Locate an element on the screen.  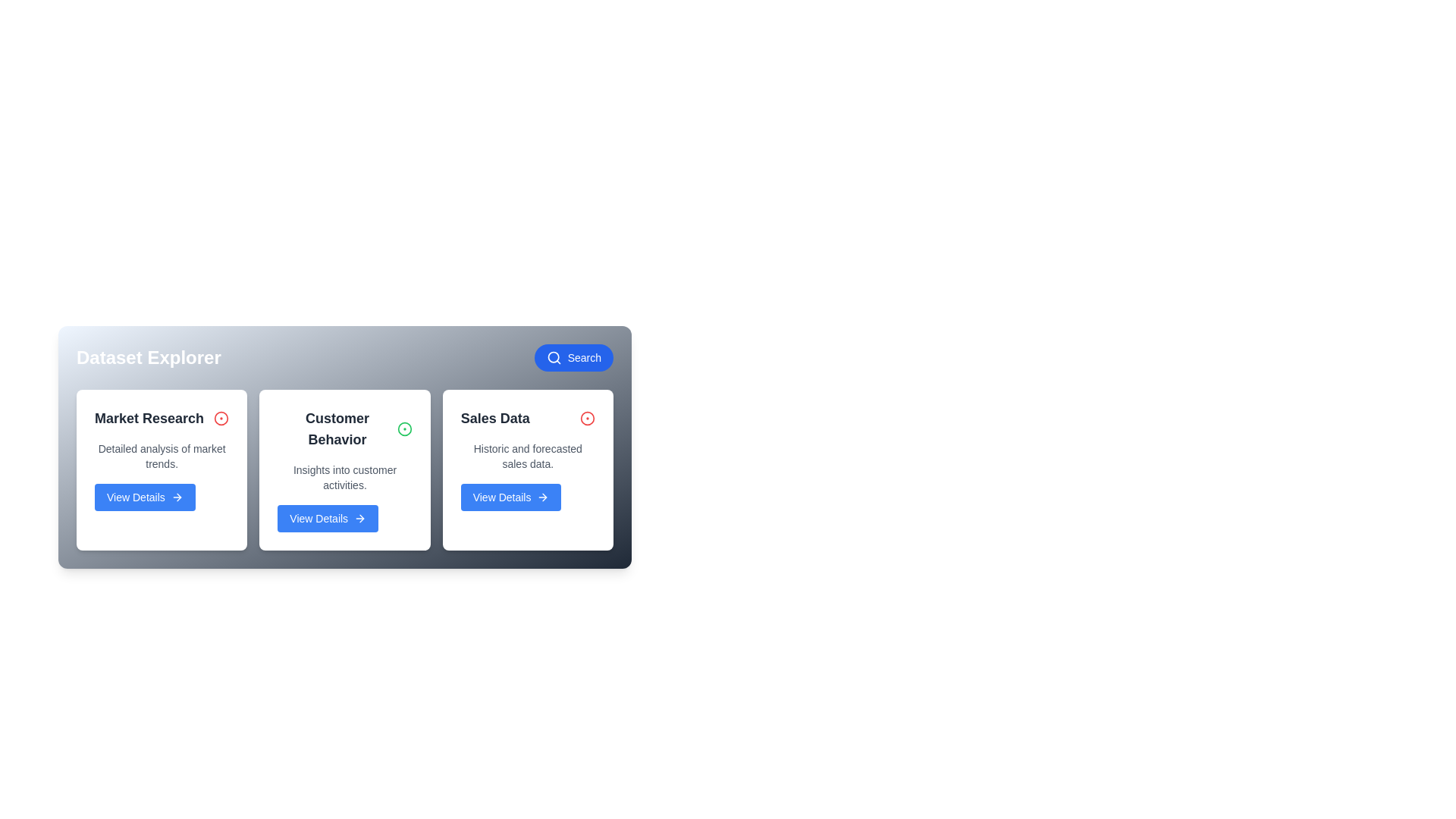
the 'View Details' button for the dataset named Customer Behavior is located at coordinates (327, 517).